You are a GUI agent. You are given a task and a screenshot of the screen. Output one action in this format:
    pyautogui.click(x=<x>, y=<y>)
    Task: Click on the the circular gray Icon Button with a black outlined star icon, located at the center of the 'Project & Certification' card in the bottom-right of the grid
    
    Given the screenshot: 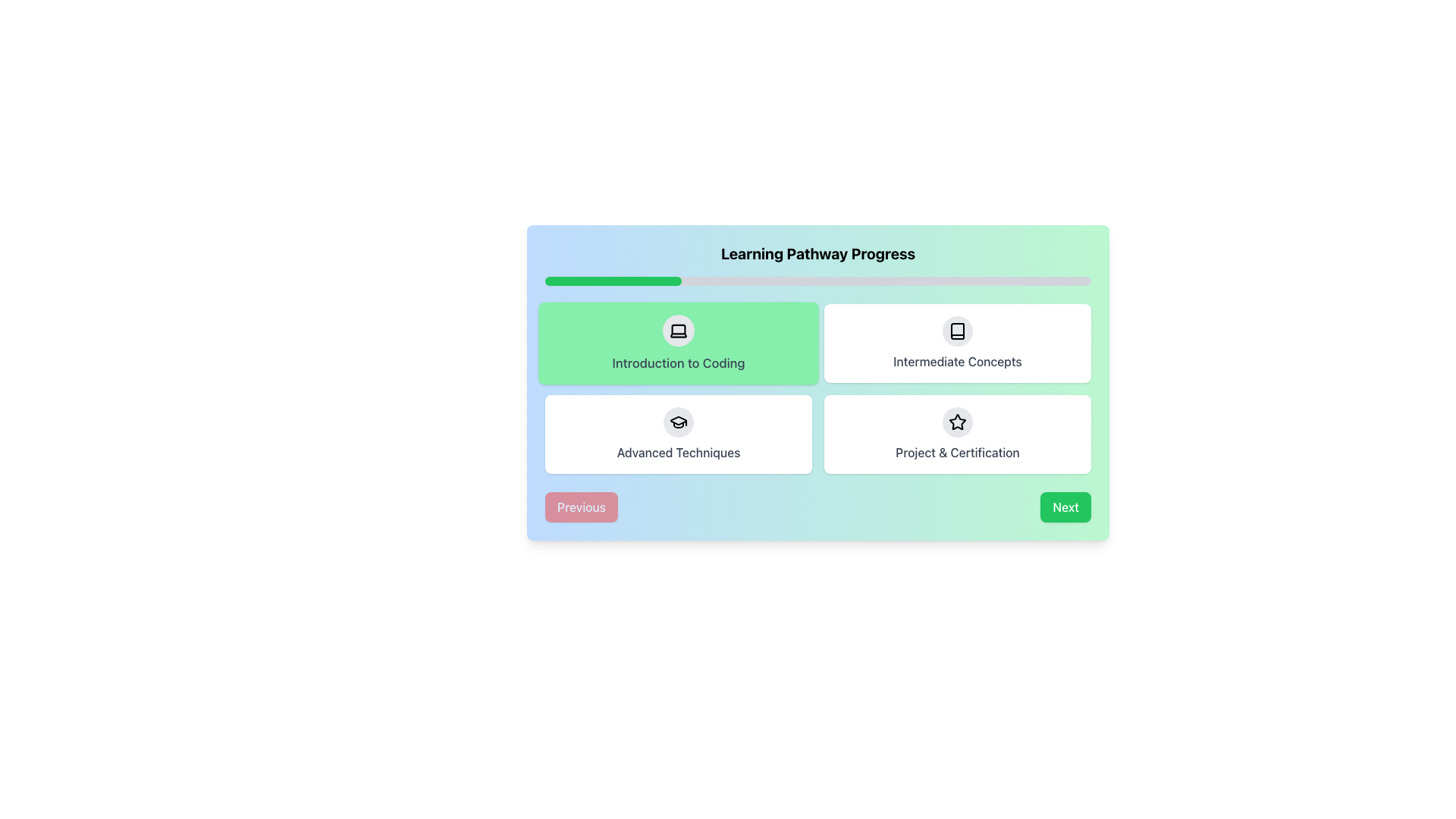 What is the action you would take?
    pyautogui.click(x=956, y=422)
    